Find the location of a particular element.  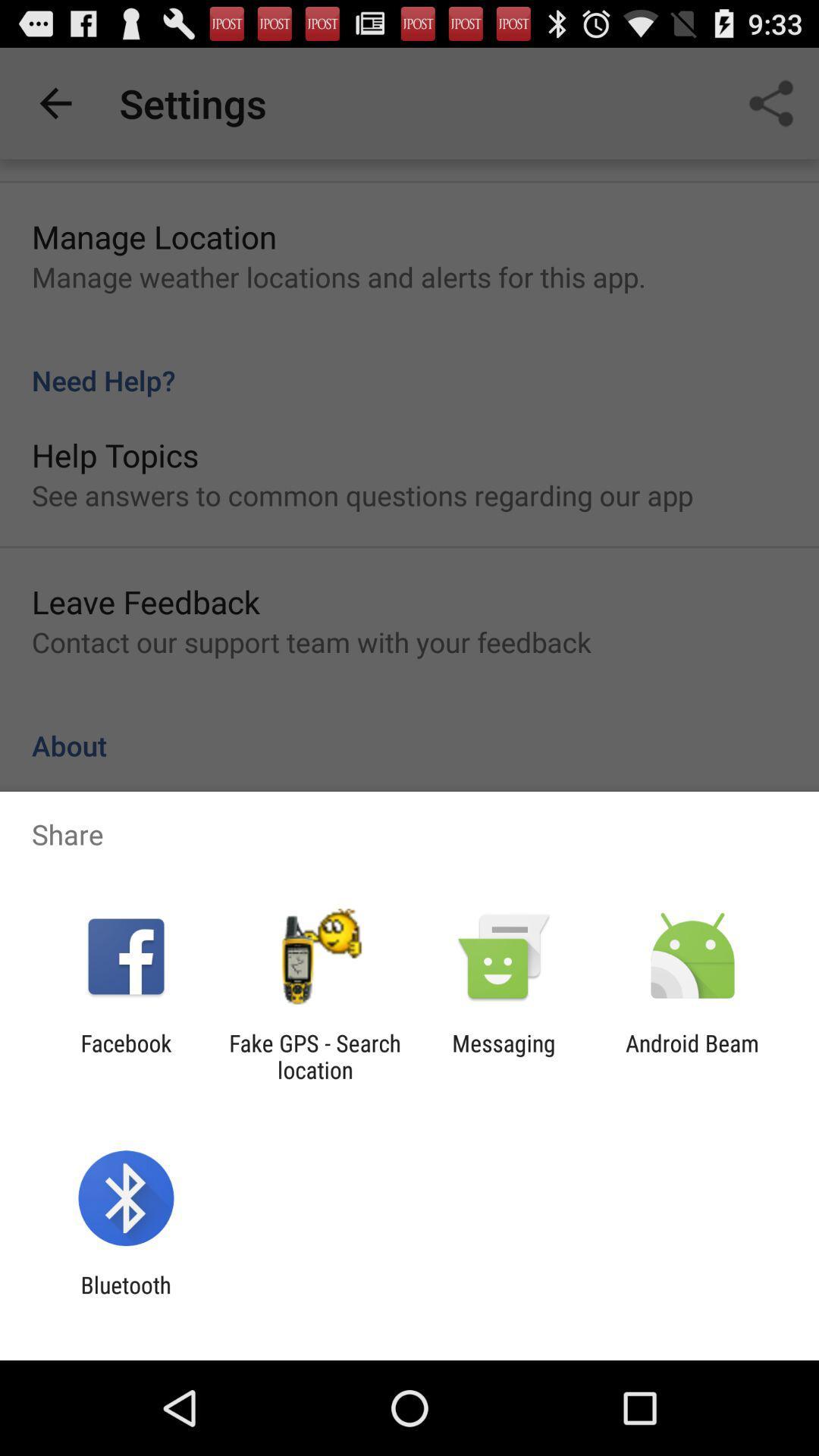

facebook icon is located at coordinates (125, 1056).